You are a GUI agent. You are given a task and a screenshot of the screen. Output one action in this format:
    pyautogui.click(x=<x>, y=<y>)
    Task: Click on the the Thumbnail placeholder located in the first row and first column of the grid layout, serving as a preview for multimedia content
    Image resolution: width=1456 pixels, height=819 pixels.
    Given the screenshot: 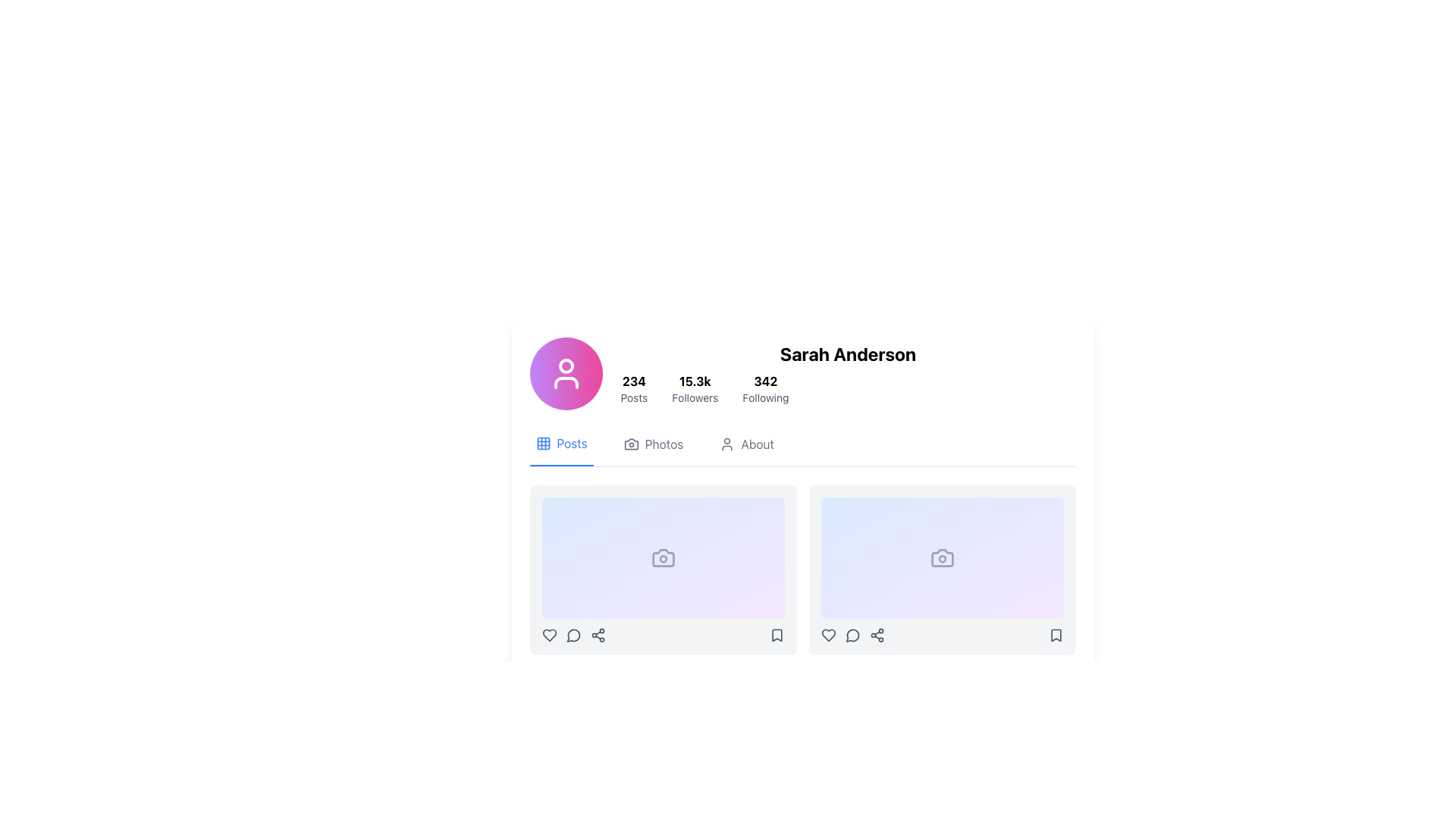 What is the action you would take?
    pyautogui.click(x=618, y=574)
    